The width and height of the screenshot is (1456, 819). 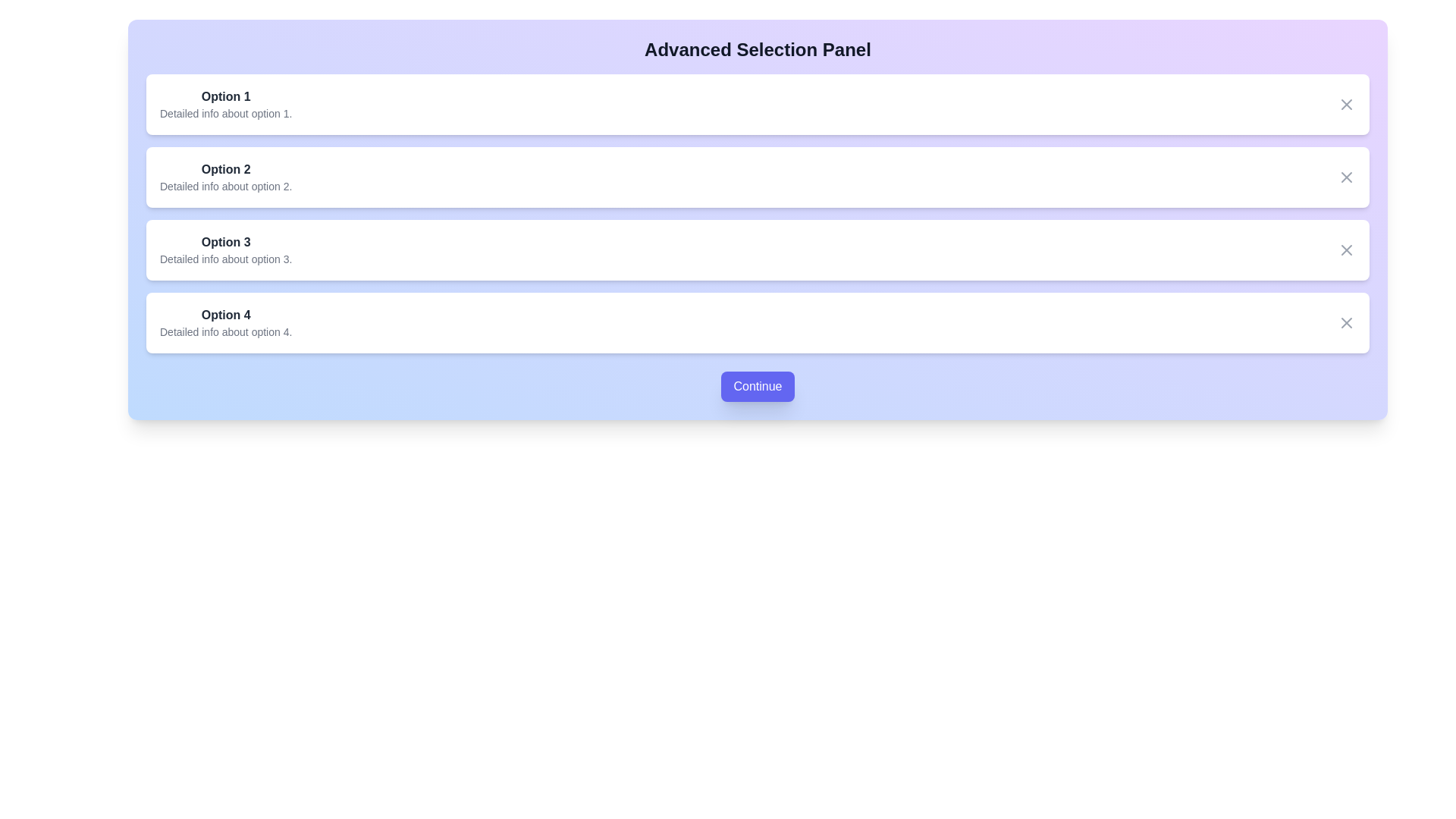 What do you see at coordinates (758, 249) in the screenshot?
I see `the List Item Card displaying information about 'Option 3', which is the third item in a vertically stacked list of option cards` at bounding box center [758, 249].